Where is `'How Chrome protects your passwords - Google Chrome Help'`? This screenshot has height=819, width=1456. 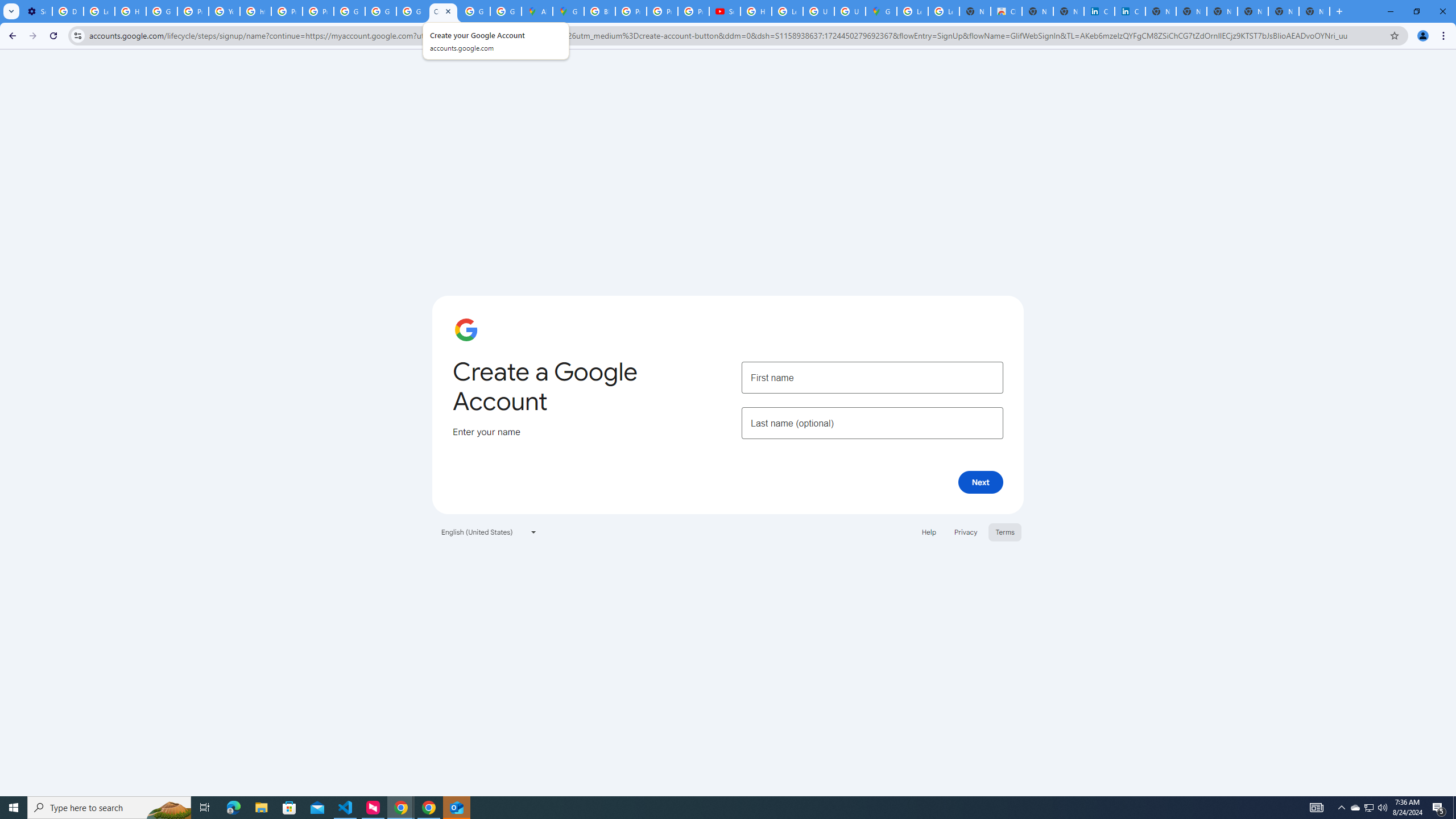 'How Chrome protects your passwords - Google Chrome Help' is located at coordinates (755, 11).